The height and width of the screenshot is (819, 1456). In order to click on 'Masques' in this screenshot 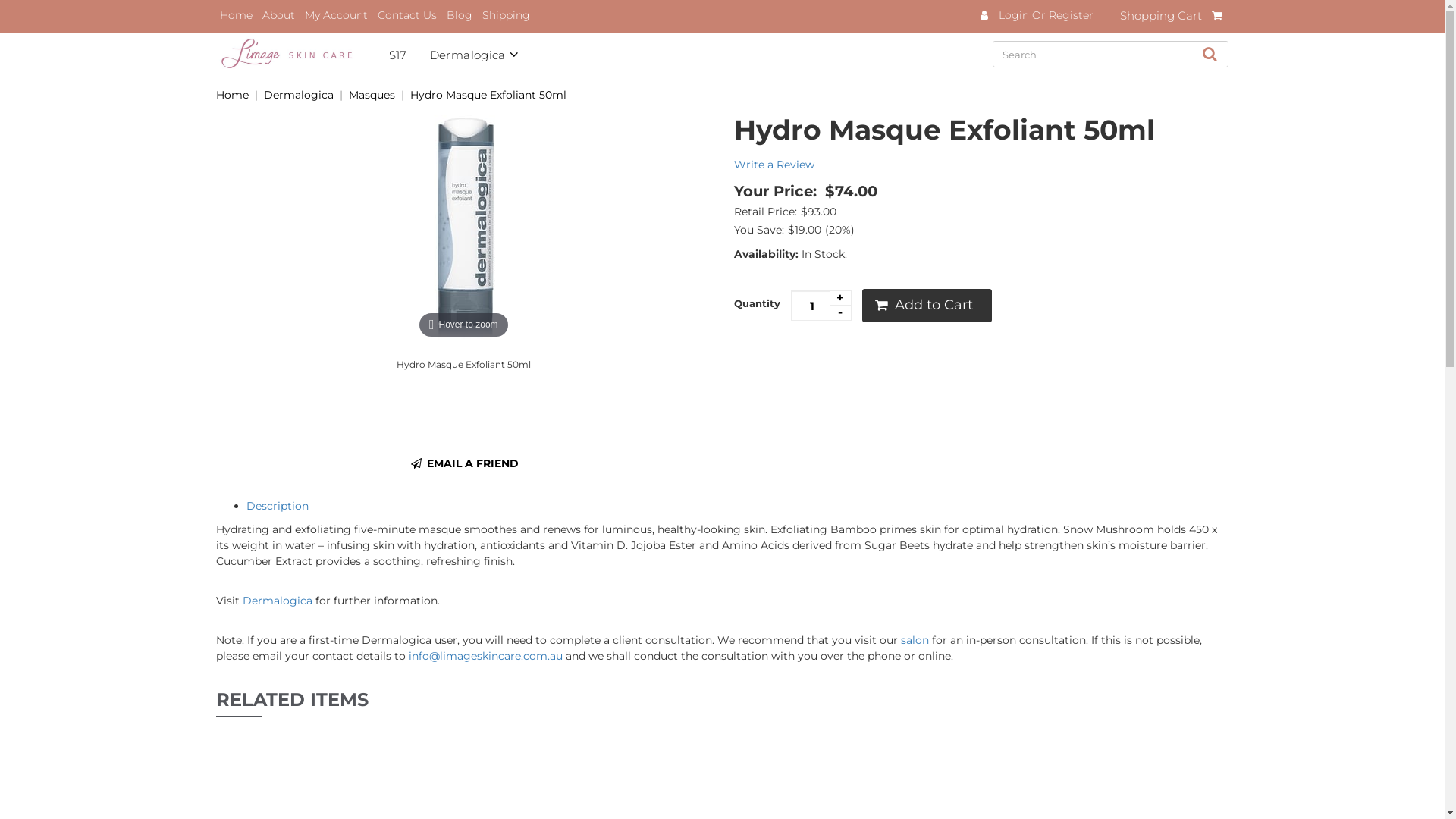, I will do `click(372, 94)`.